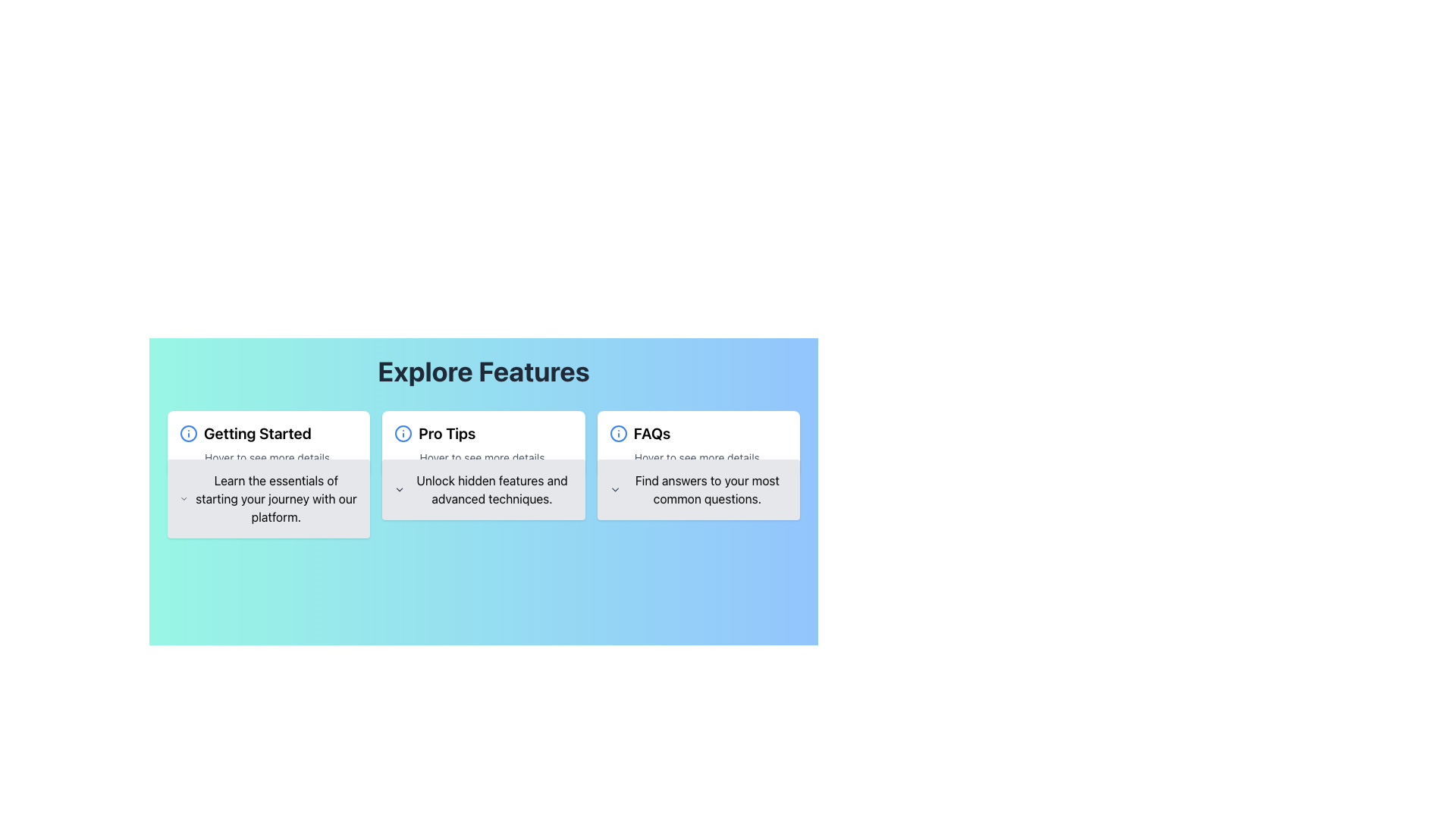  What do you see at coordinates (483, 371) in the screenshot?
I see `the Text Header that serves as an introductory label for the section, positioned above the informational cards labeled 'Getting Started,' 'Pro Tips,' and 'FAQs.'` at bounding box center [483, 371].